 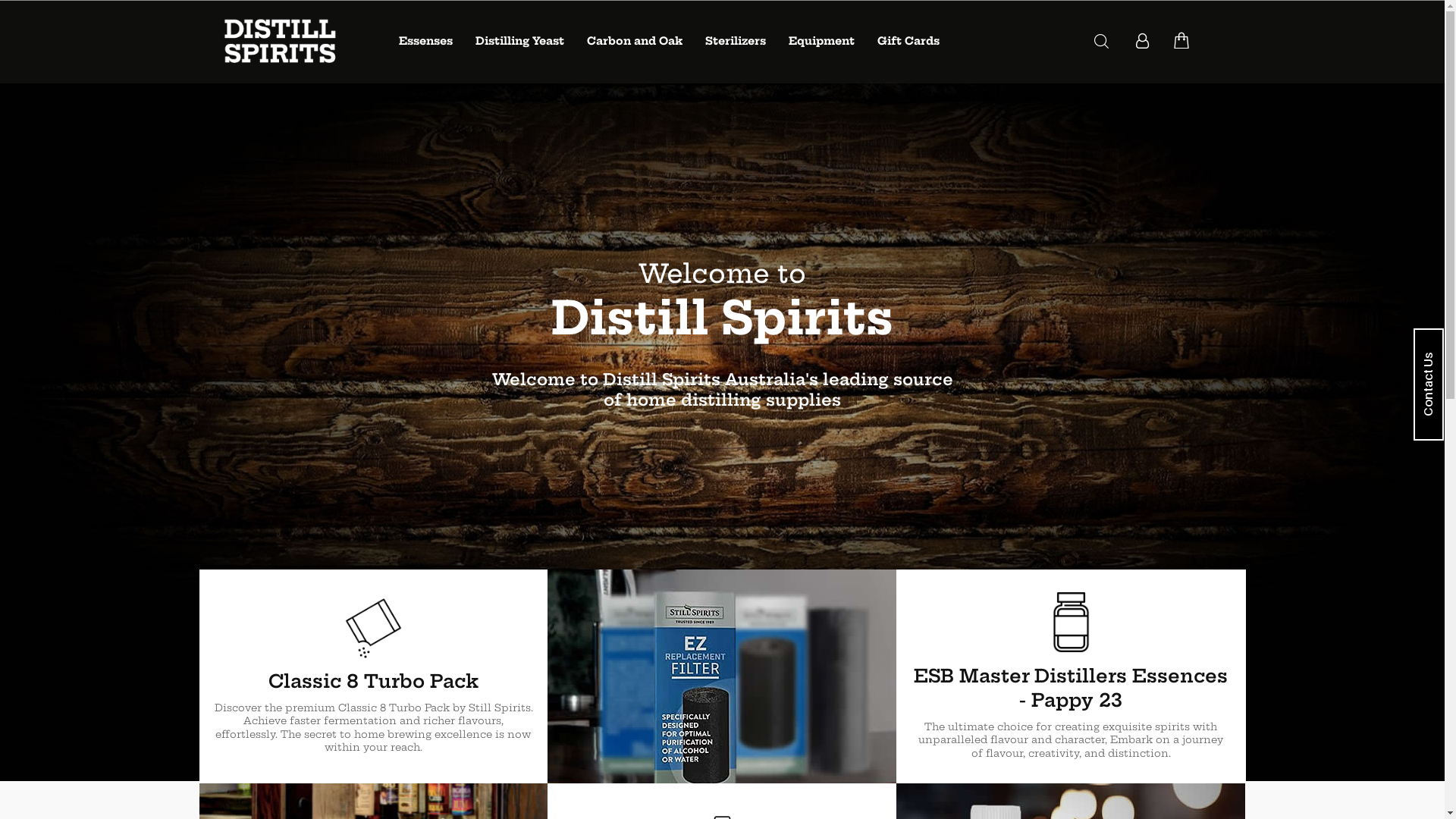 I want to click on 'SEARCH', so click(x=1101, y=40).